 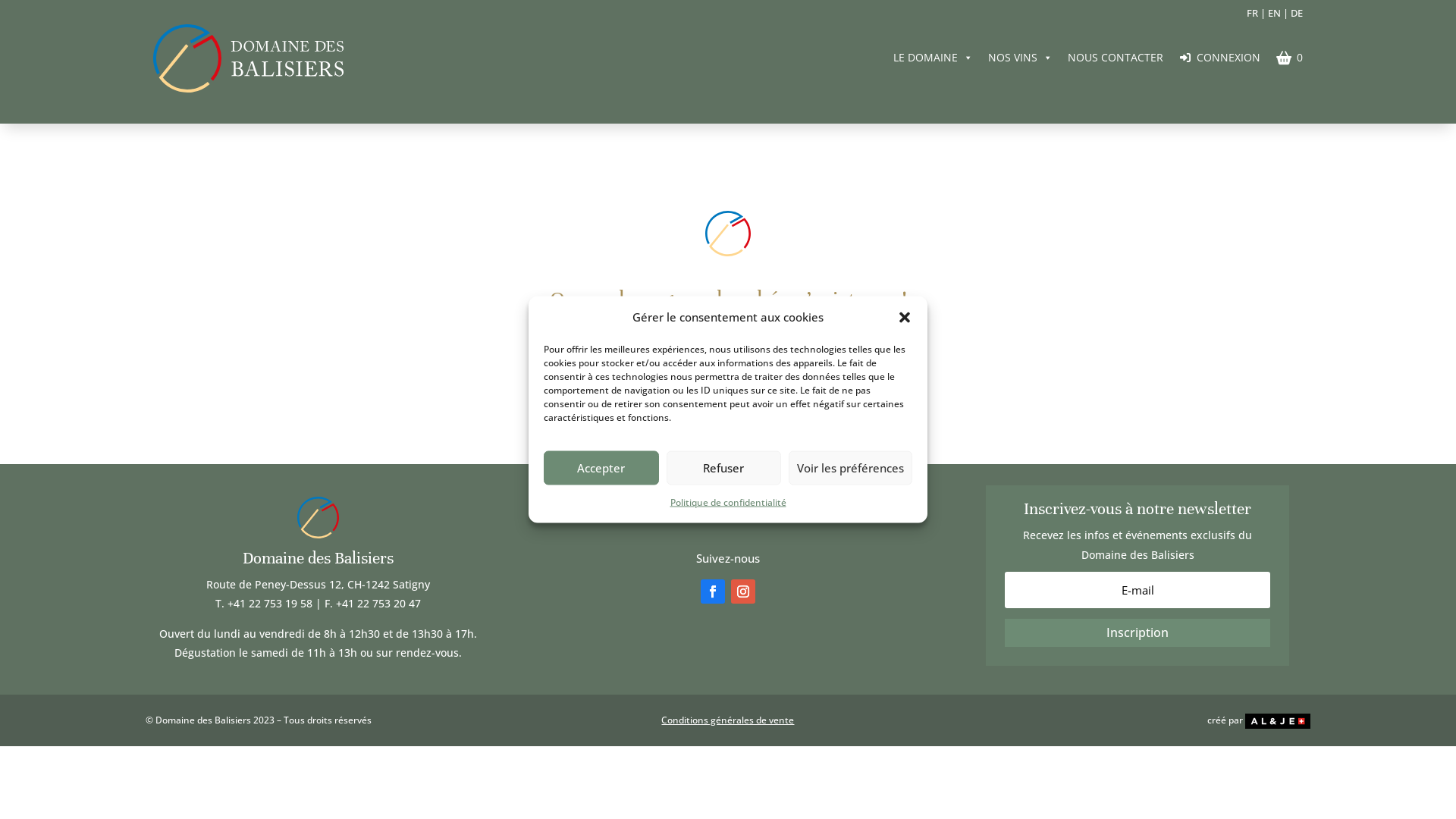 What do you see at coordinates (1246, 12) in the screenshot?
I see `'FR'` at bounding box center [1246, 12].